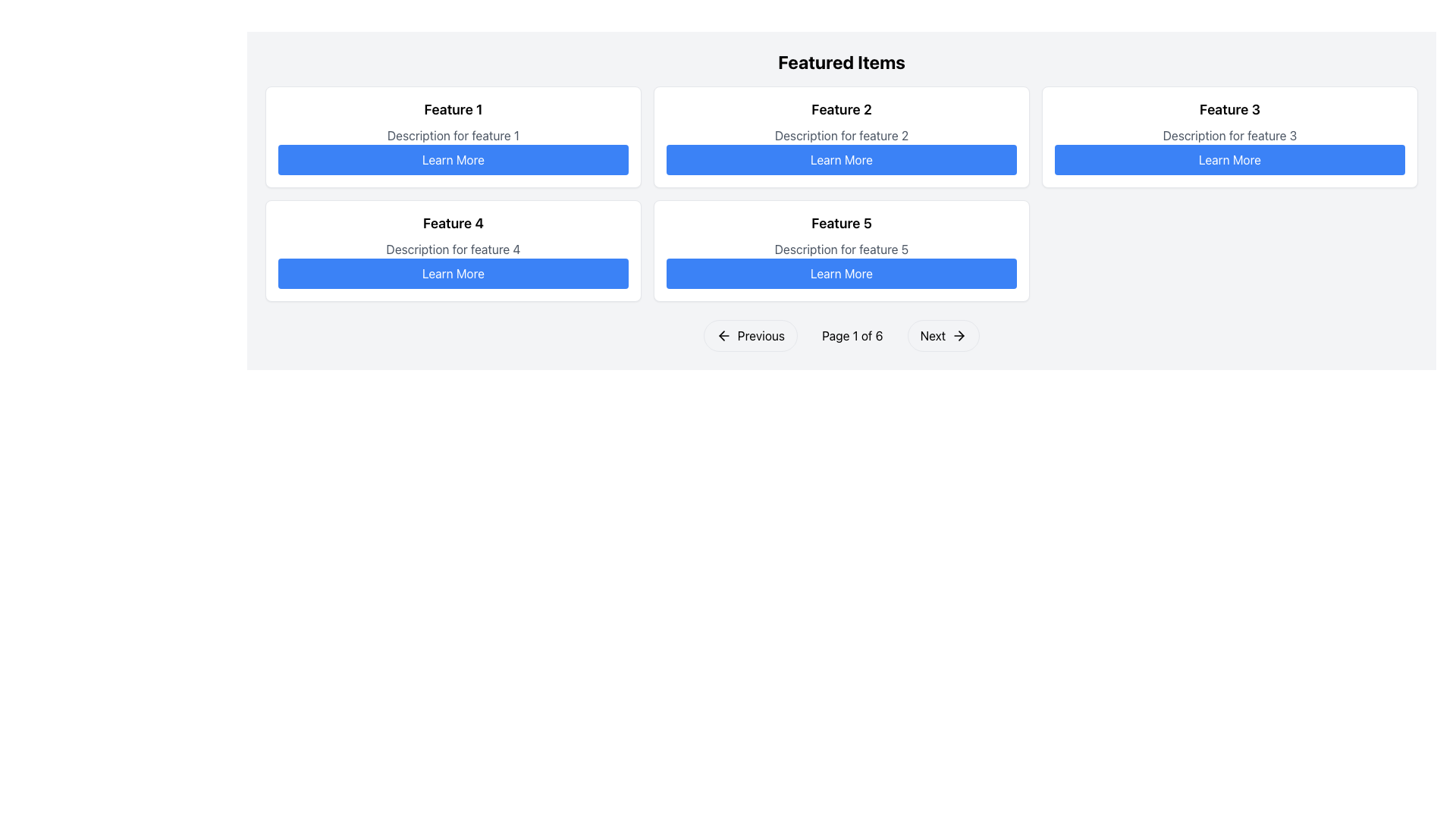 This screenshot has width=1456, height=819. Describe the element at coordinates (453, 160) in the screenshot. I see `the button located in the bottom section of the card labeled 'Feature 1'` at that location.